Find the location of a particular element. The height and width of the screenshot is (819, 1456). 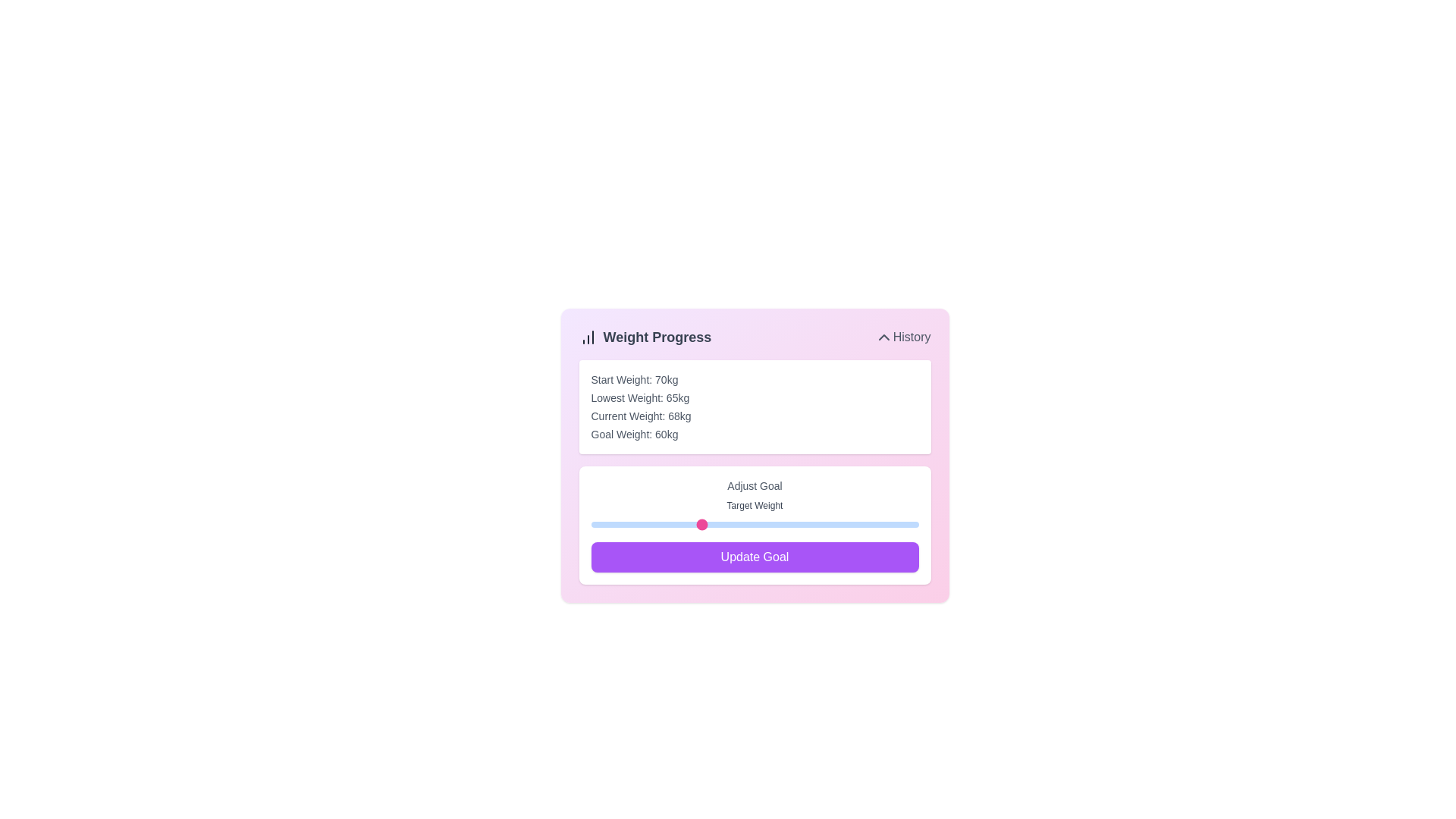

the goal weight slider to 57 kg is located at coordinates (667, 523).